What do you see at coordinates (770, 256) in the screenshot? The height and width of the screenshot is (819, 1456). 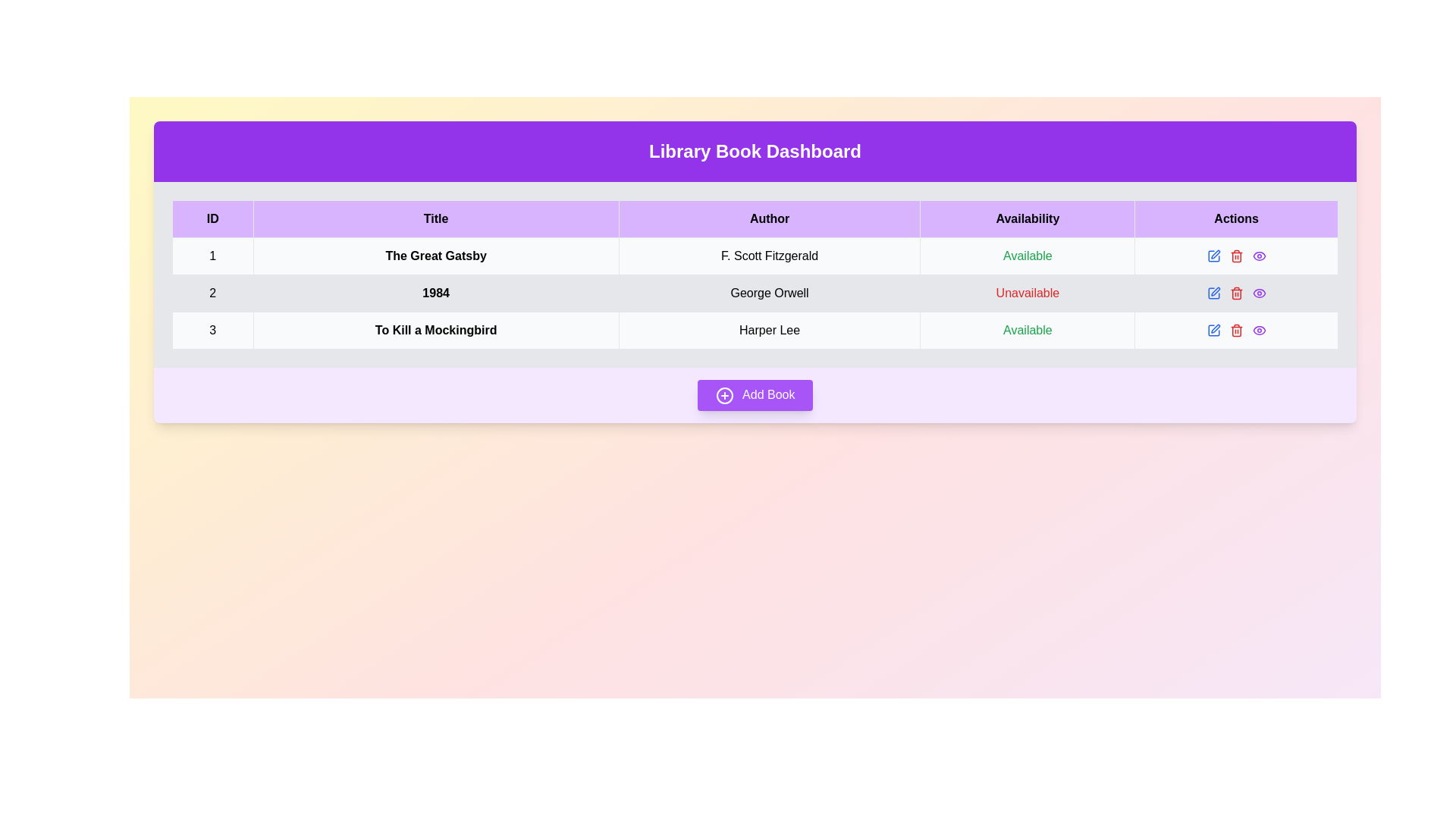 I see `the TextDisplay element representing the author of 'The Great Gatsby' in the data table` at bounding box center [770, 256].